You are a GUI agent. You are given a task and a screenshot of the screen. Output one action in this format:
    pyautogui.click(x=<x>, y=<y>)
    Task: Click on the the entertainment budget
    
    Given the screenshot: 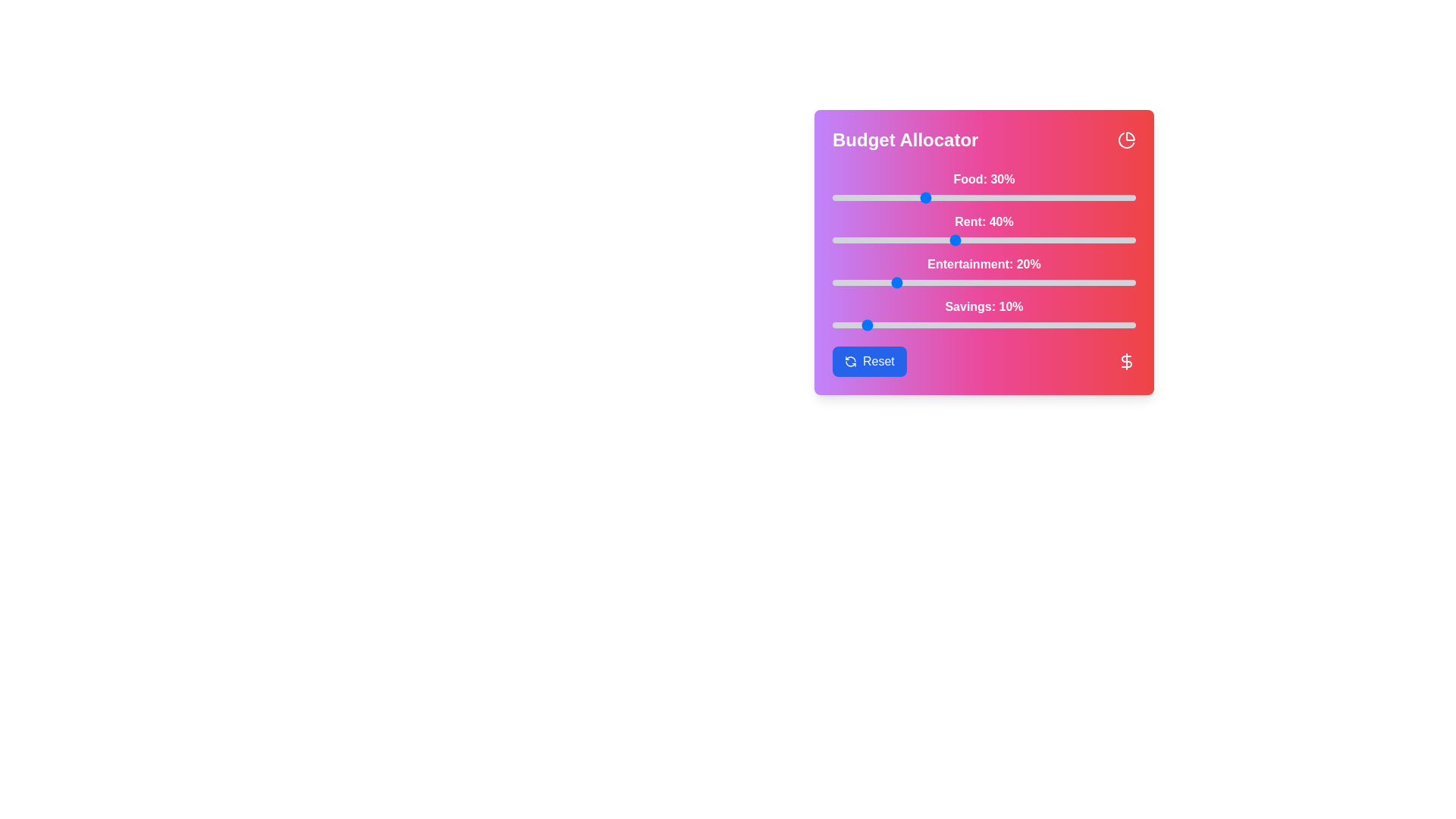 What is the action you would take?
    pyautogui.click(x=890, y=283)
    